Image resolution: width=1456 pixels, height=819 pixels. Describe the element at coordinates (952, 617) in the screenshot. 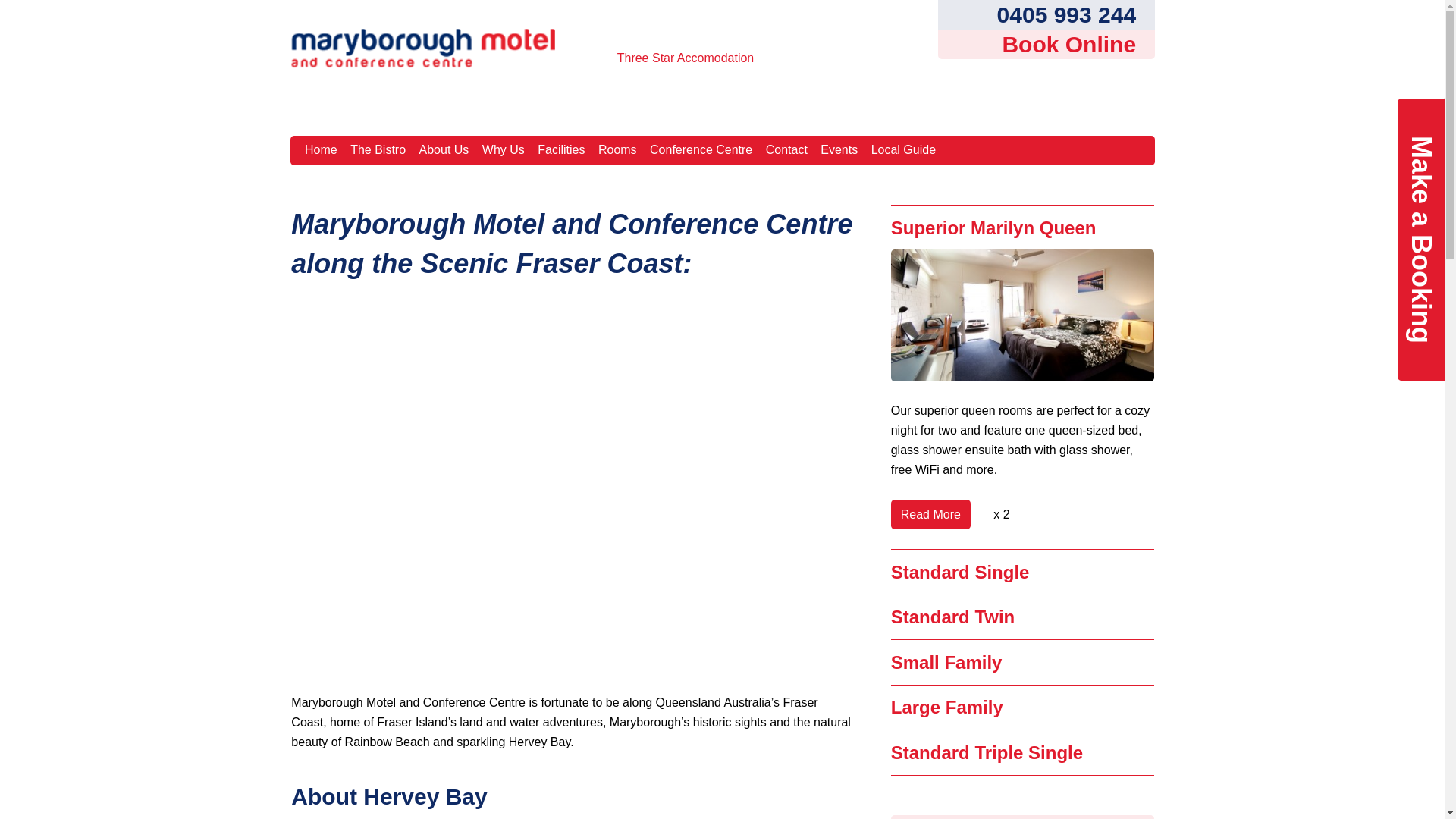

I see `'Standard Twin'` at that location.